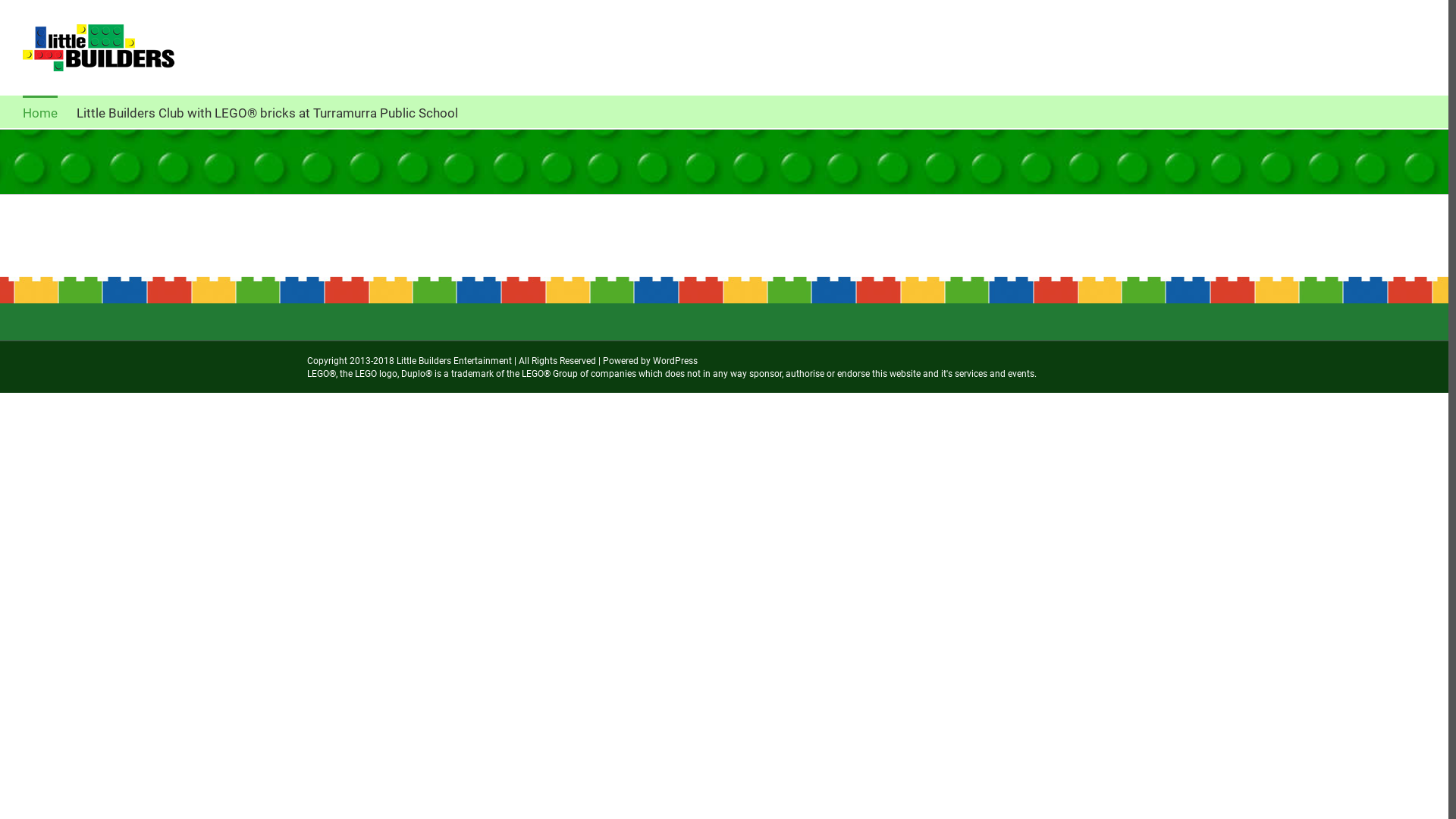 The image size is (1456, 819). What do you see at coordinates (674, 360) in the screenshot?
I see `'WordPress'` at bounding box center [674, 360].